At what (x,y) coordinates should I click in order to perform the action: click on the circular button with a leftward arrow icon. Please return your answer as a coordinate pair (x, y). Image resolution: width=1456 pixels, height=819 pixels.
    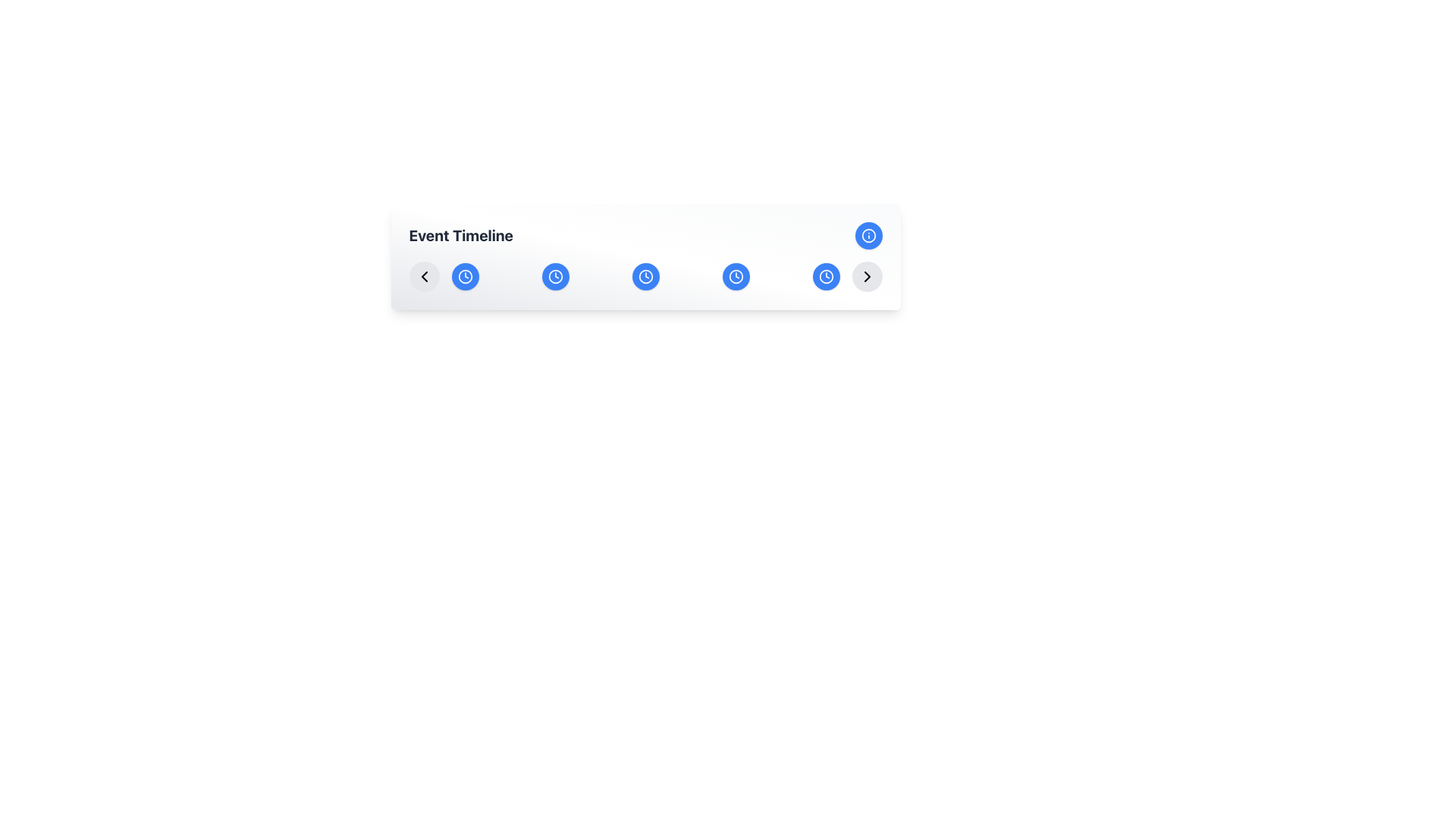
    Looking at the image, I should click on (424, 277).